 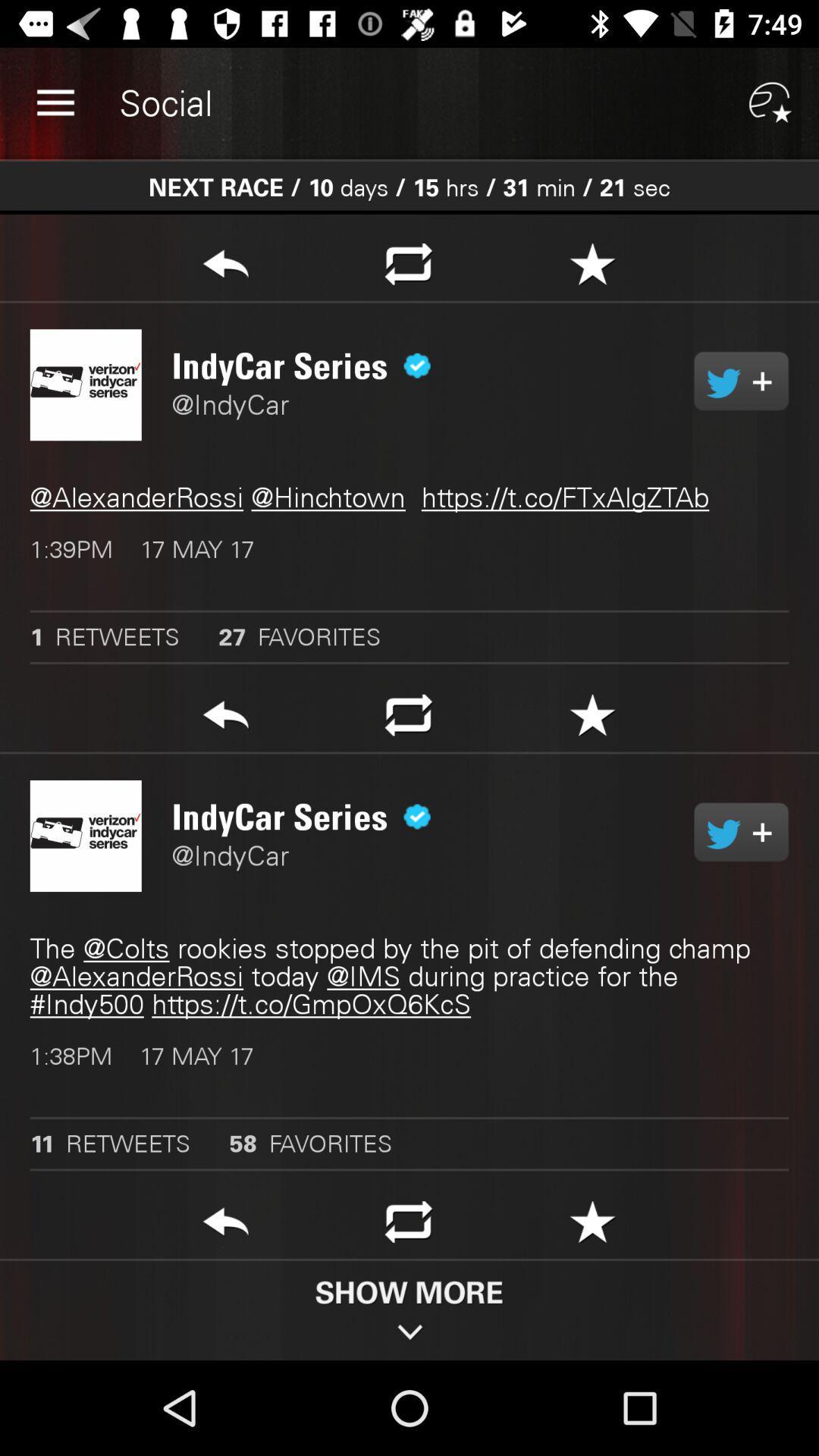 I want to click on twitter link, so click(x=740, y=831).